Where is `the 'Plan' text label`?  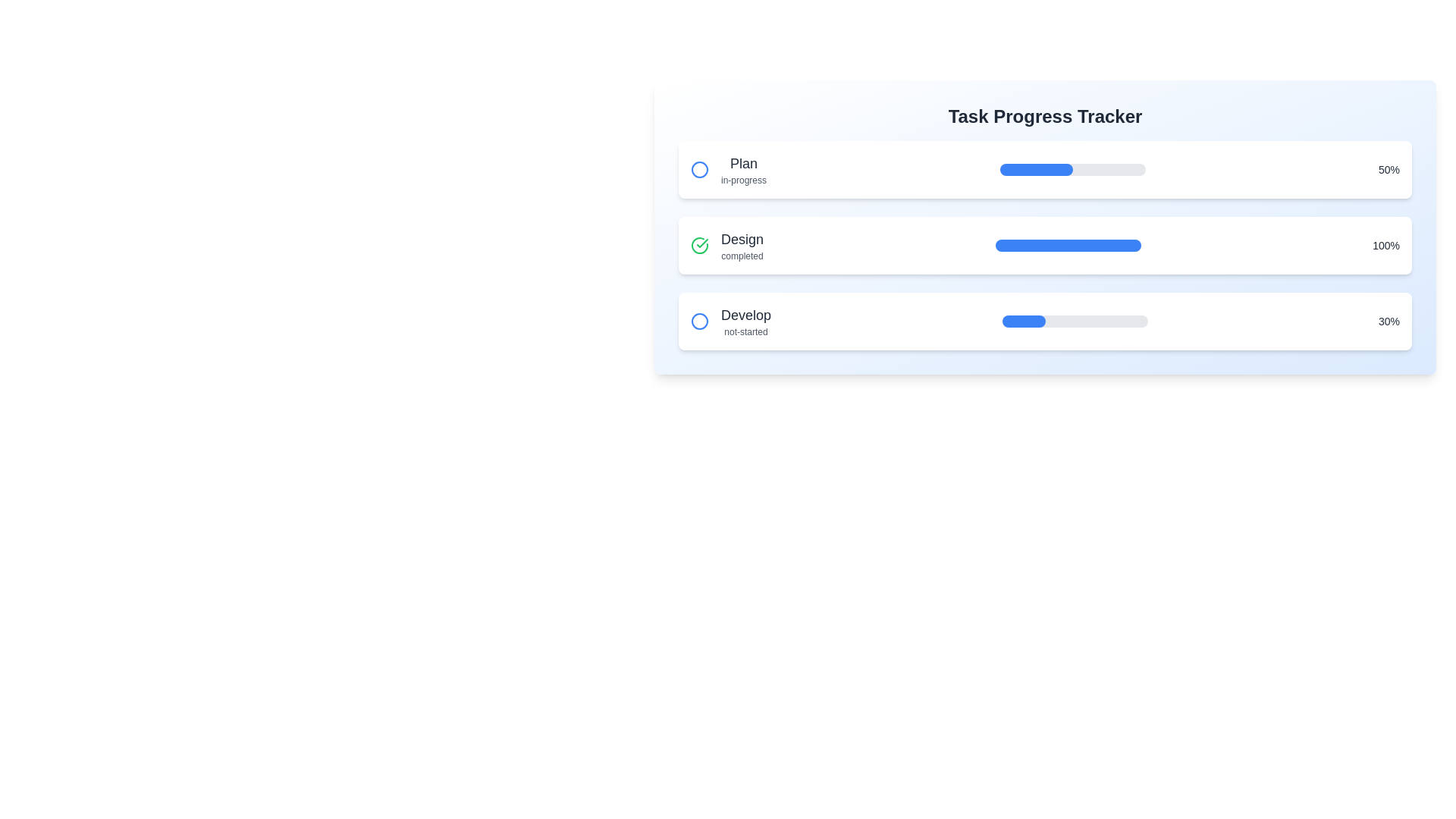
the 'Plan' text label is located at coordinates (743, 164).